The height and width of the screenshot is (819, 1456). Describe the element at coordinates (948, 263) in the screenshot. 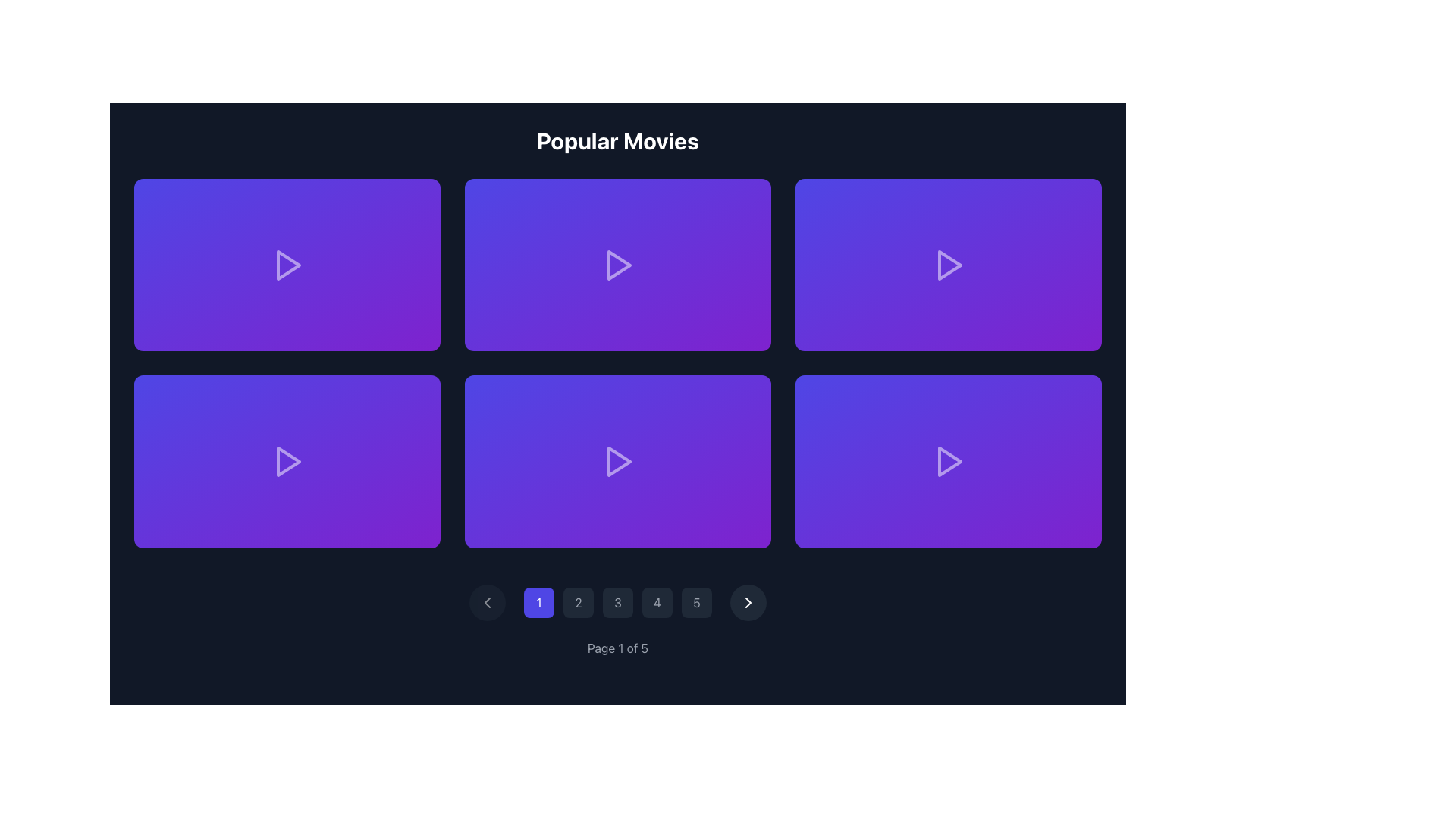

I see `the Play Button icon located in the top-right card of the grid layout to initiate playback` at that location.